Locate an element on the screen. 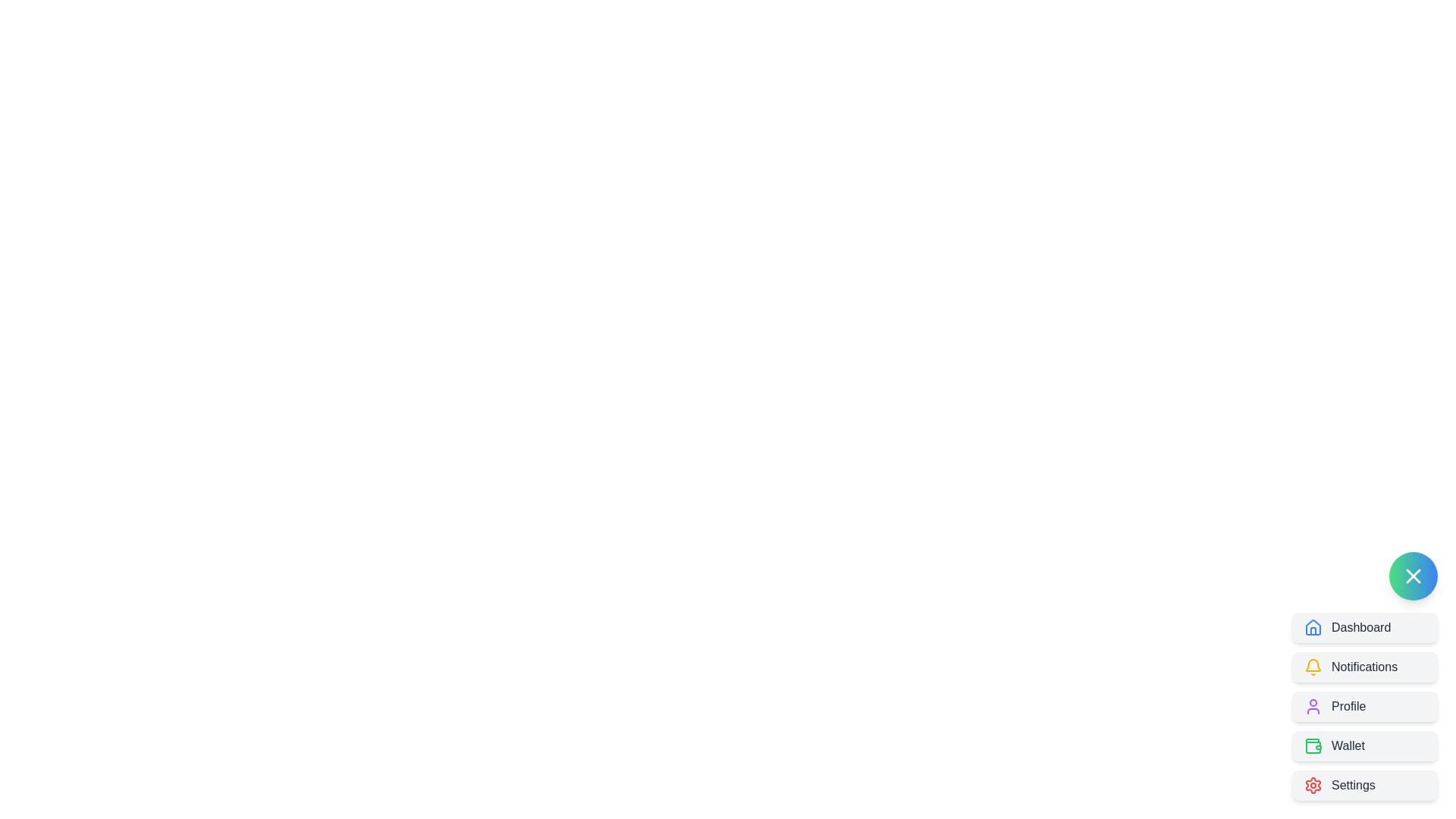 This screenshot has height=819, width=1456. the wallet-shaped icon with a green outline located within the 'Wallet' menu item, which is the fourth item from the top is located at coordinates (1313, 745).